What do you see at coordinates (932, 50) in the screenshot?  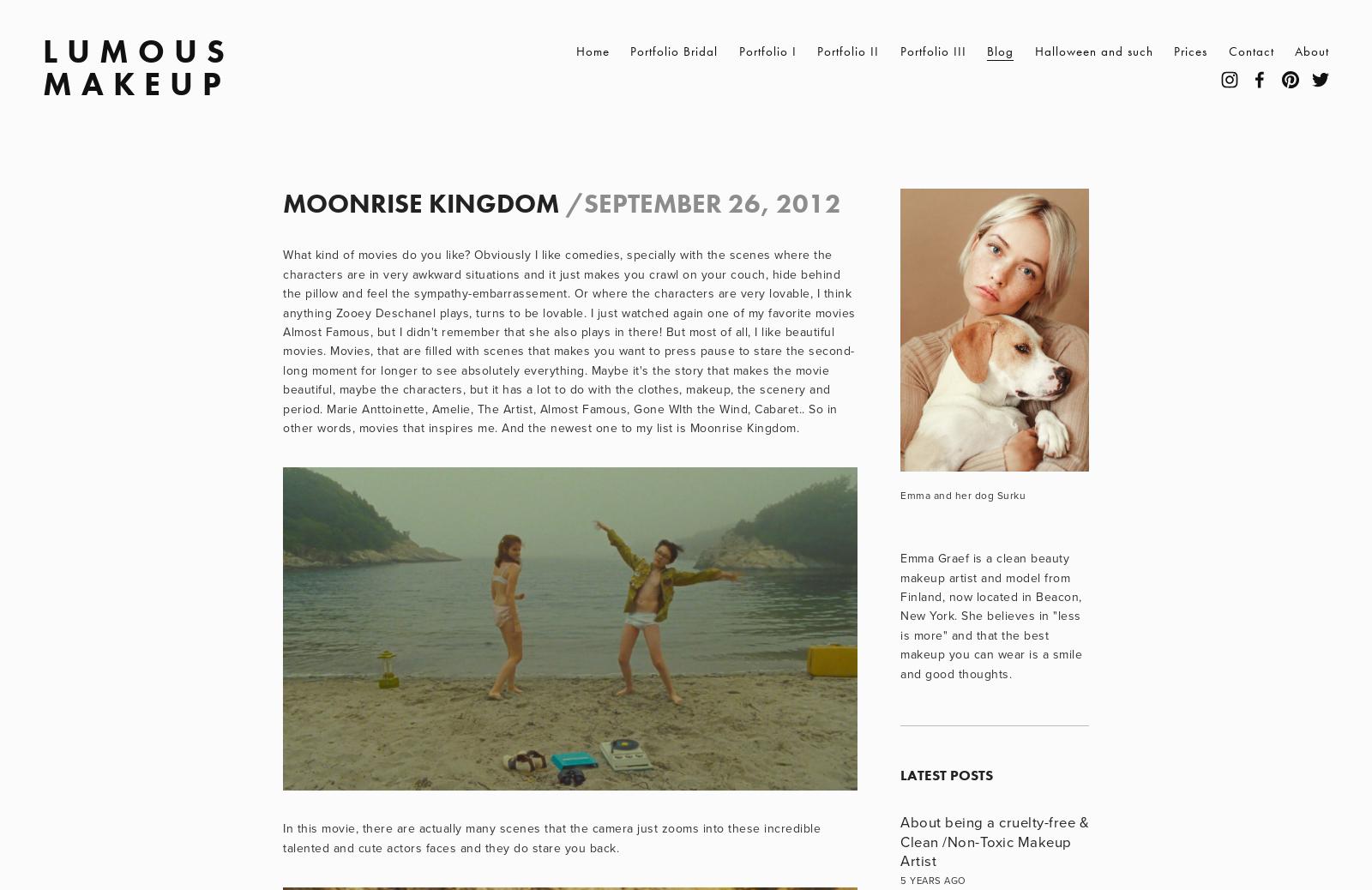 I see `'Portfolio III'` at bounding box center [932, 50].